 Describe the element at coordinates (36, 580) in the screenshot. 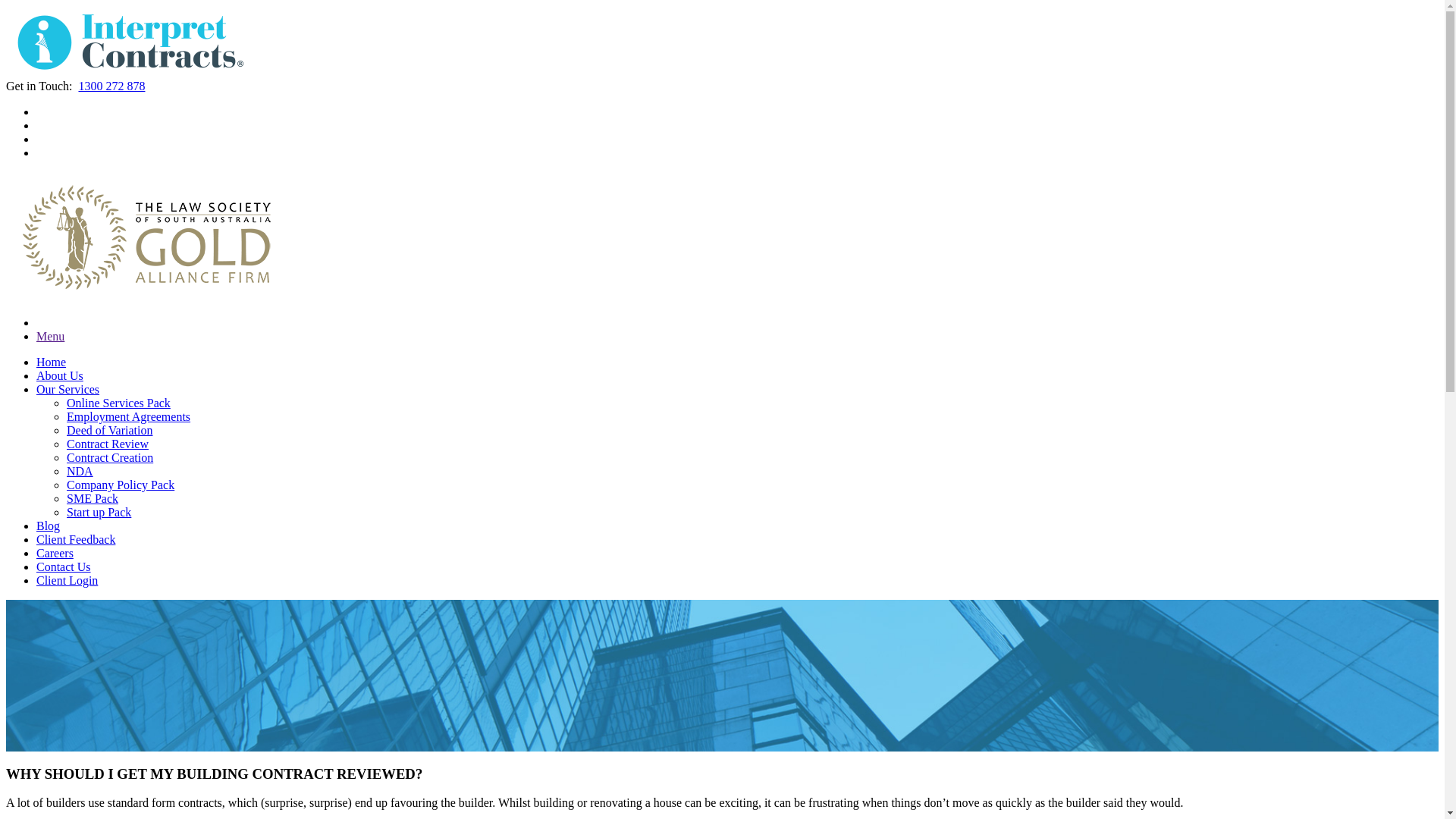

I see `'Client Login'` at that location.